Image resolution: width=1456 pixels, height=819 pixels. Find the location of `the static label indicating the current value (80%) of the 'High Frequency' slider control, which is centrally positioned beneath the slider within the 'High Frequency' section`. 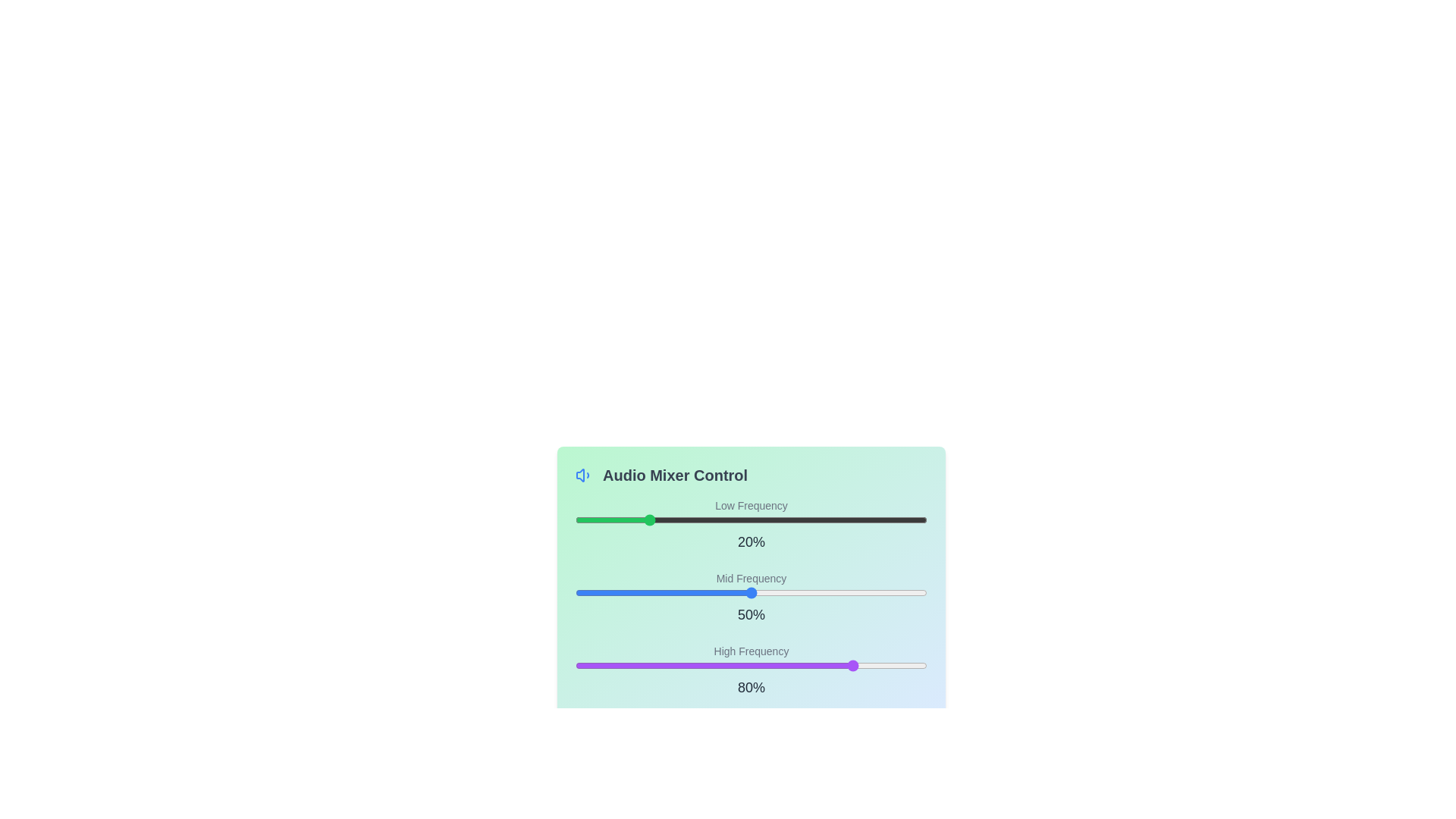

the static label indicating the current value (80%) of the 'High Frequency' slider control, which is centrally positioned beneath the slider within the 'High Frequency' section is located at coordinates (751, 687).